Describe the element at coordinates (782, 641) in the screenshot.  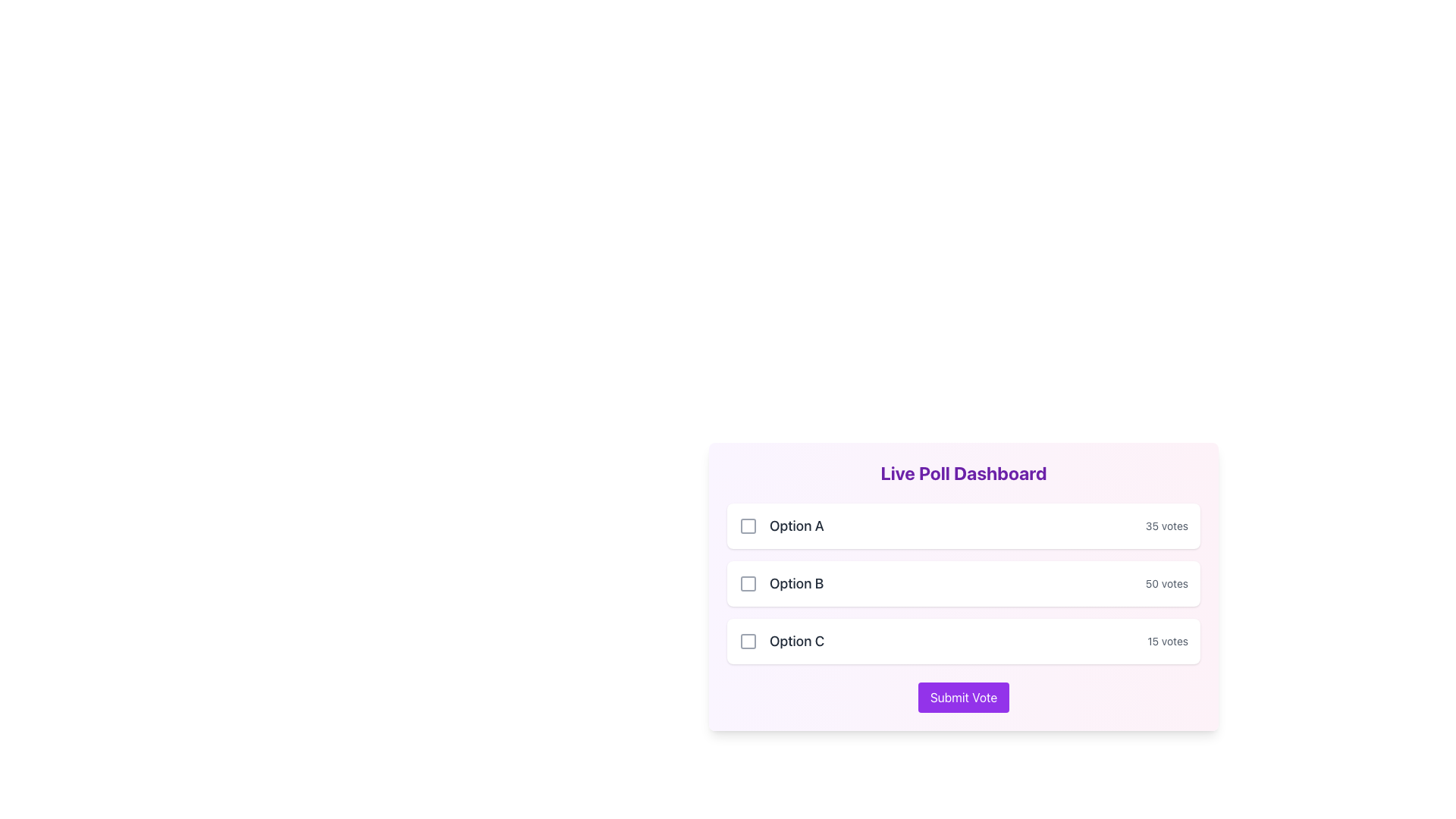
I see `the label text for the Checkbox indicating 'Option C' in the Live Poll Dashboard section` at that location.